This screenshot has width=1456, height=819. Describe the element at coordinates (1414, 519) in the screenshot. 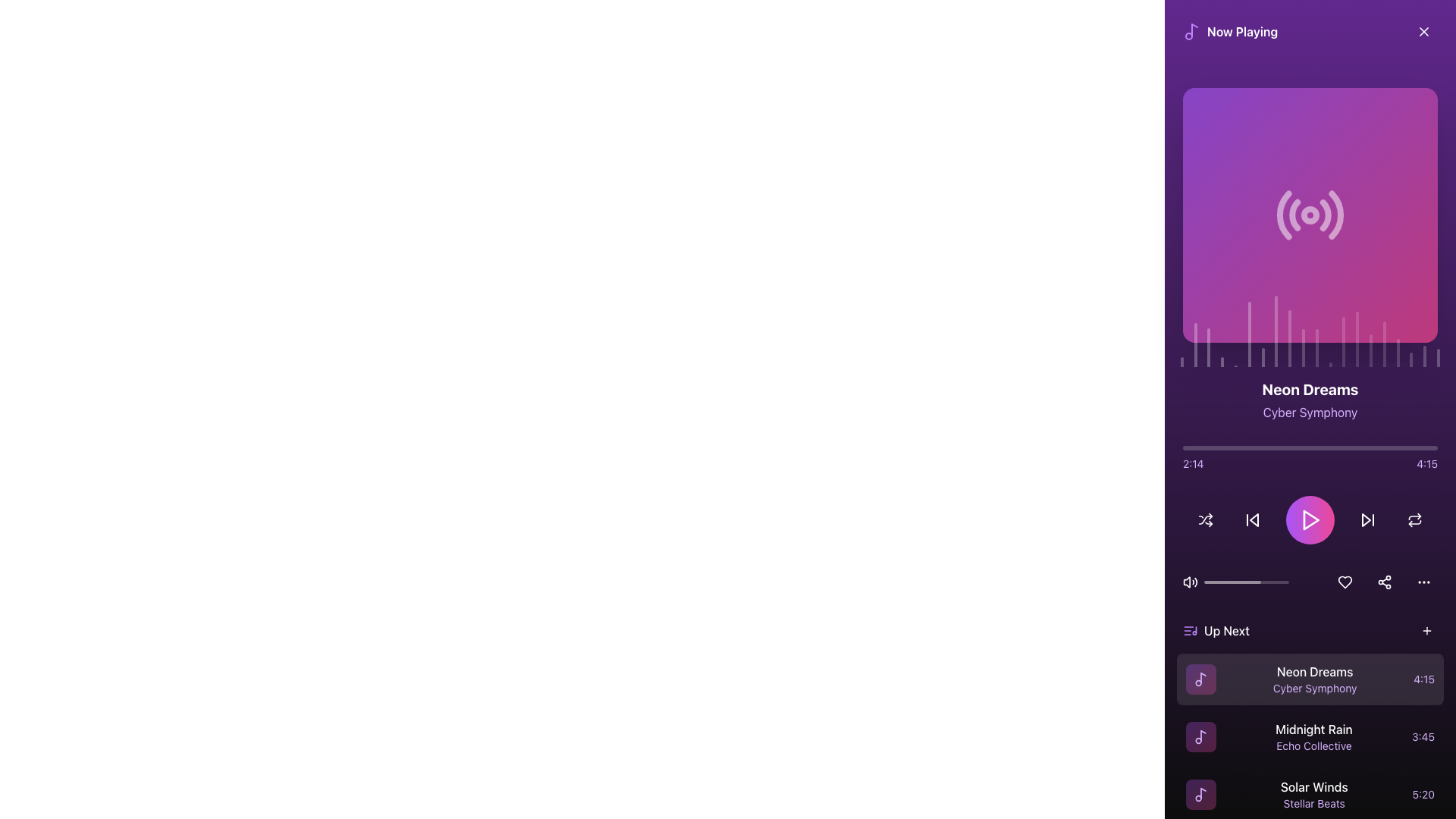

I see `the button with a purple background featuring a white icon of two arrows looping back to each other` at that location.